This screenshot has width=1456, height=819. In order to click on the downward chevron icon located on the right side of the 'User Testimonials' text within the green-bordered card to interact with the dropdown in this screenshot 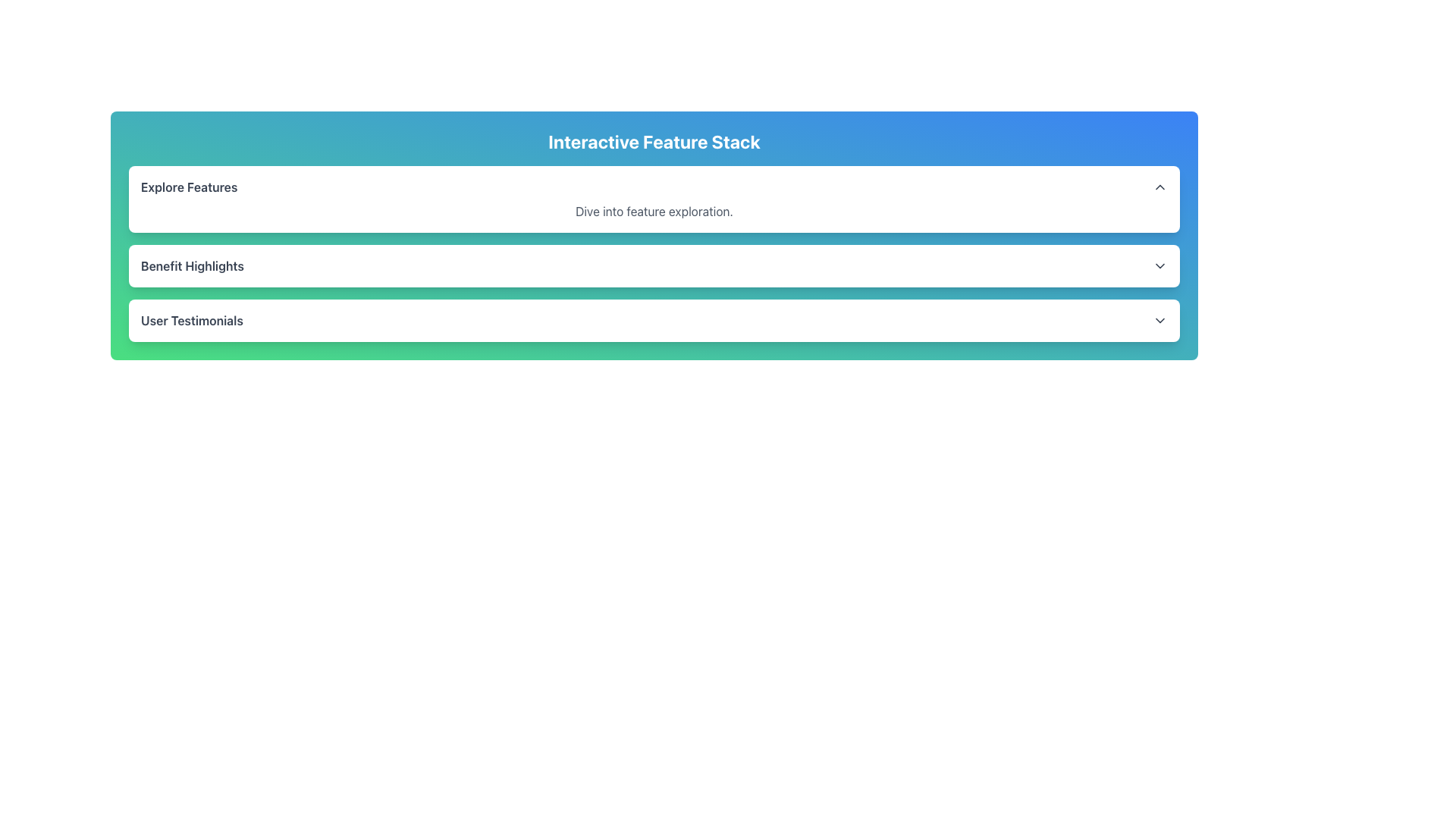, I will do `click(1159, 320)`.